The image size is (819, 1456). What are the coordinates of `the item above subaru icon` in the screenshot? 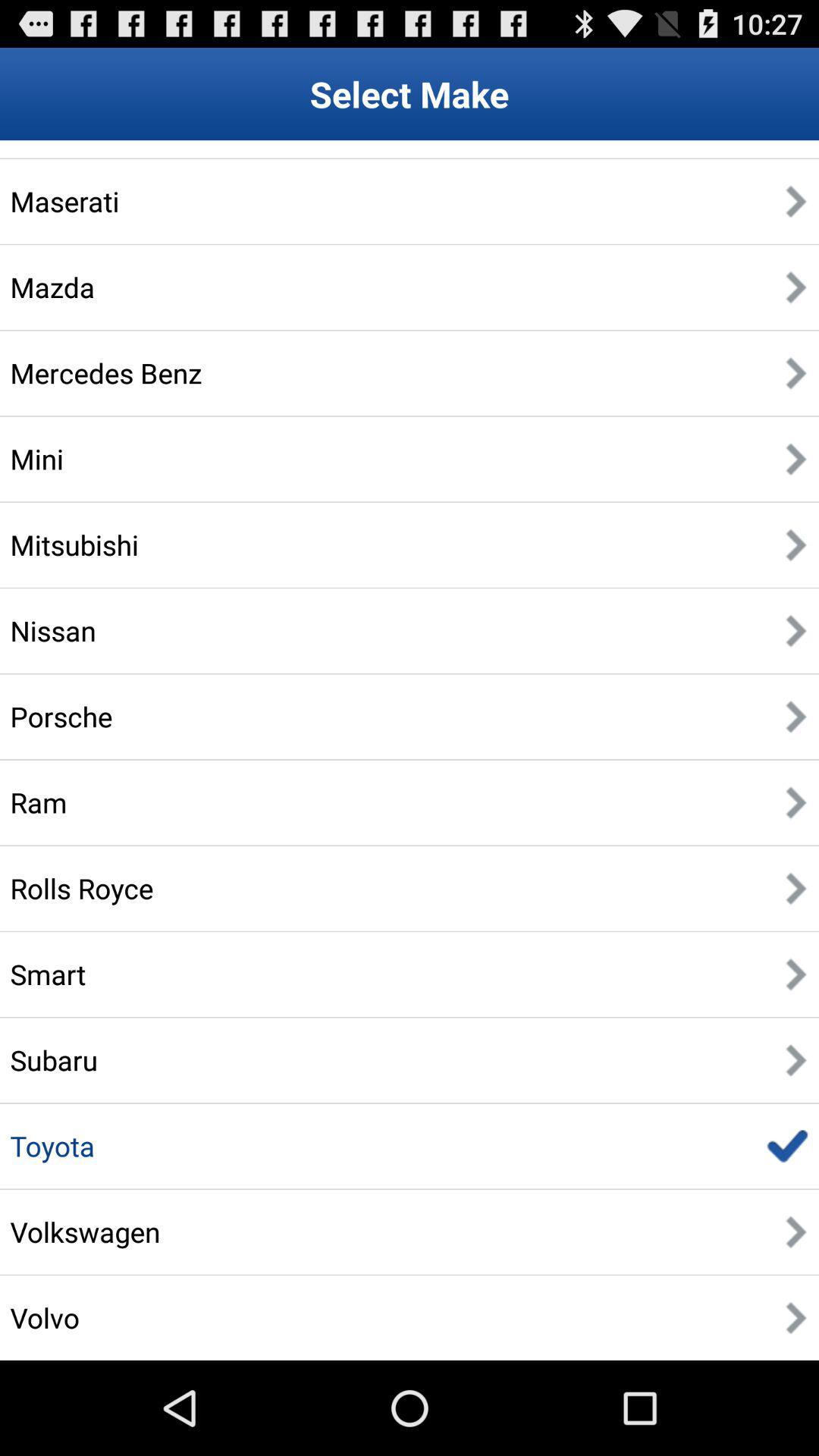 It's located at (47, 974).